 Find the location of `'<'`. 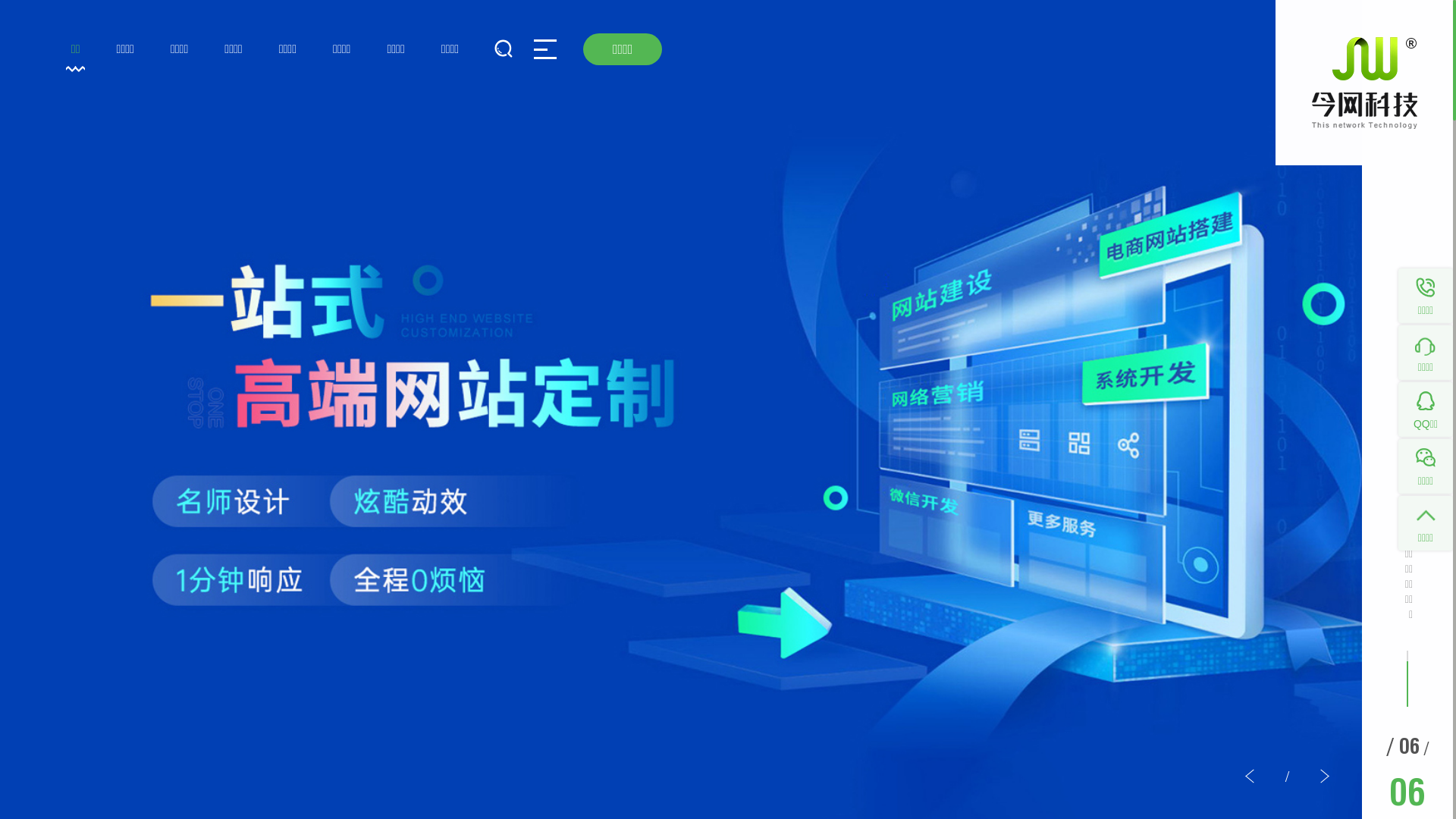

'<' is located at coordinates (1250, 776).